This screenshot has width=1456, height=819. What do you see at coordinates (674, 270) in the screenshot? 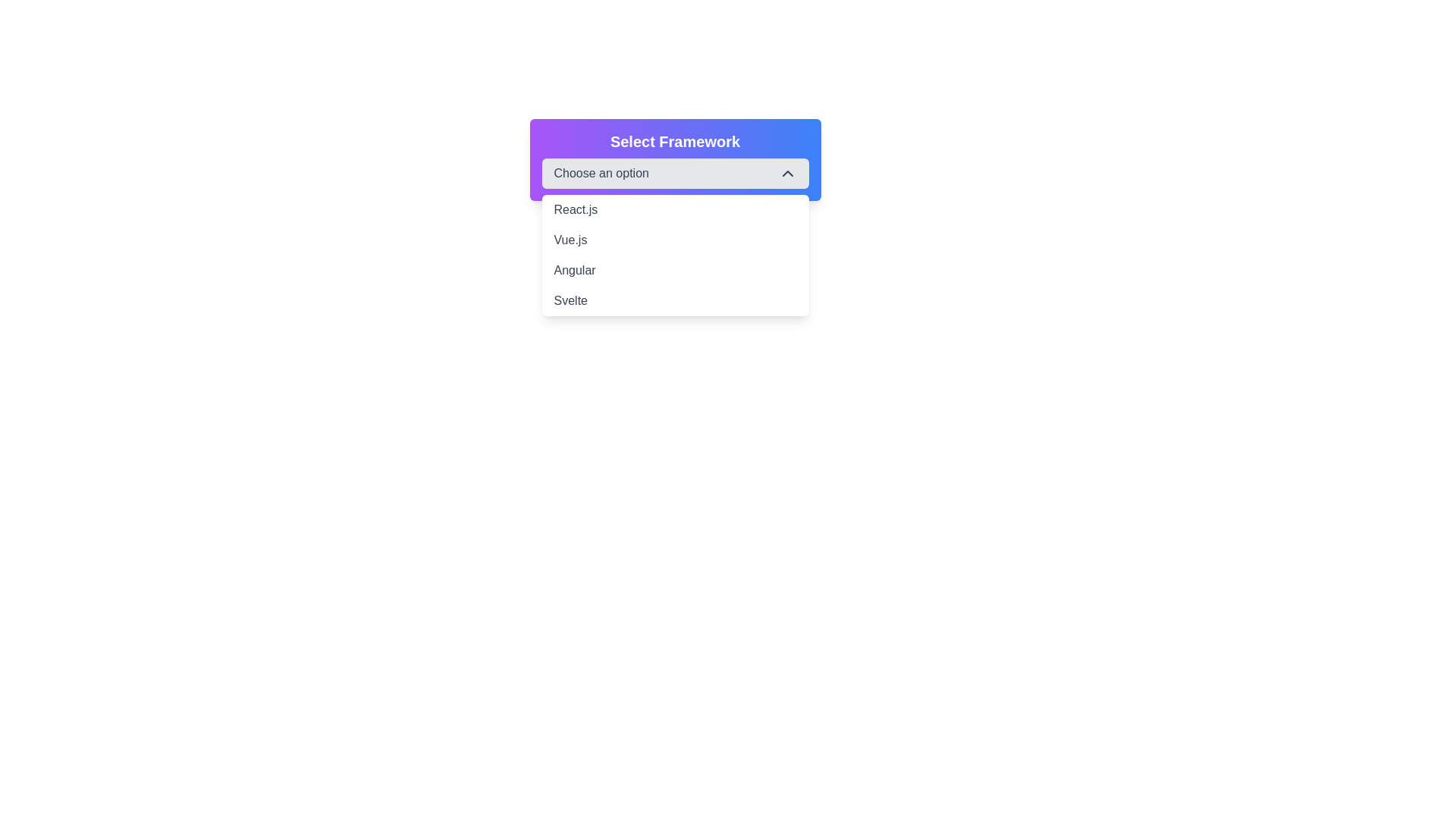
I see `the 'Angular' framework option in the dropdown menu, which is the third option in the list, positioned between 'Vue.js' and 'Svelte'` at bounding box center [674, 270].